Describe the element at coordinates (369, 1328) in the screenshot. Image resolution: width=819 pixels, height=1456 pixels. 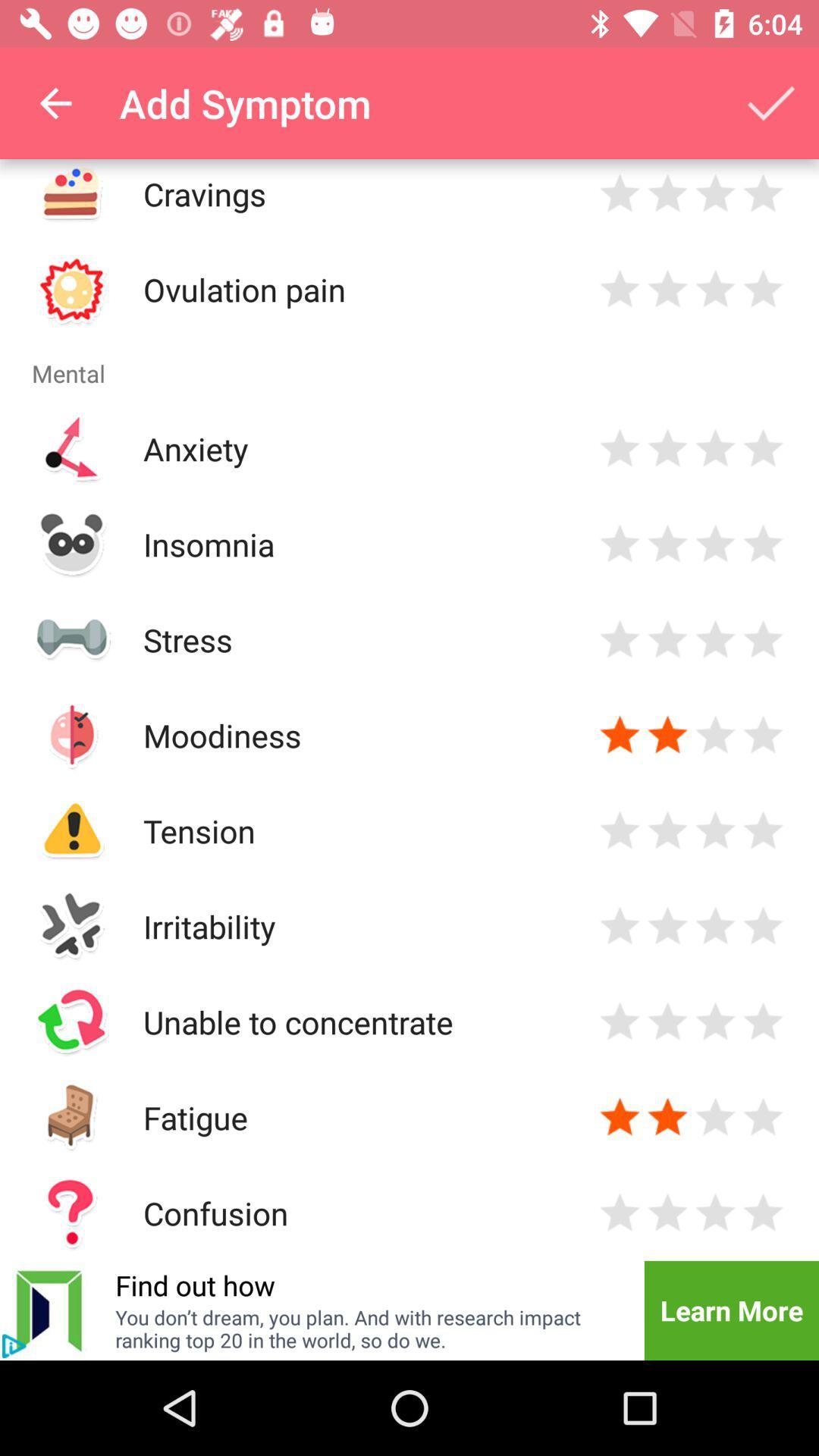
I see `icon to the left of the learn more` at that location.